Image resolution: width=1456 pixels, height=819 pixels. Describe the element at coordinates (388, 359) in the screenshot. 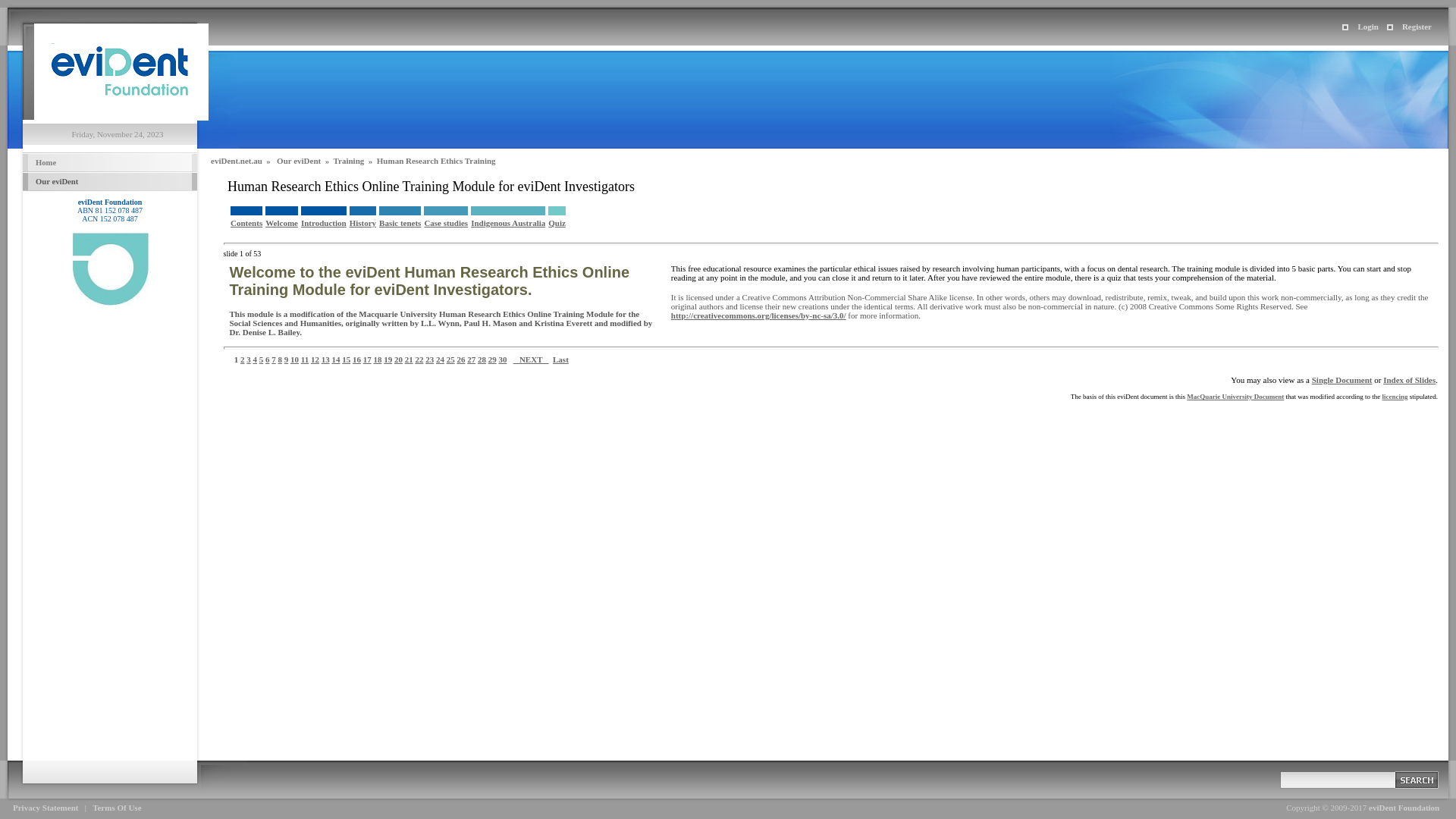

I see `'19'` at that location.